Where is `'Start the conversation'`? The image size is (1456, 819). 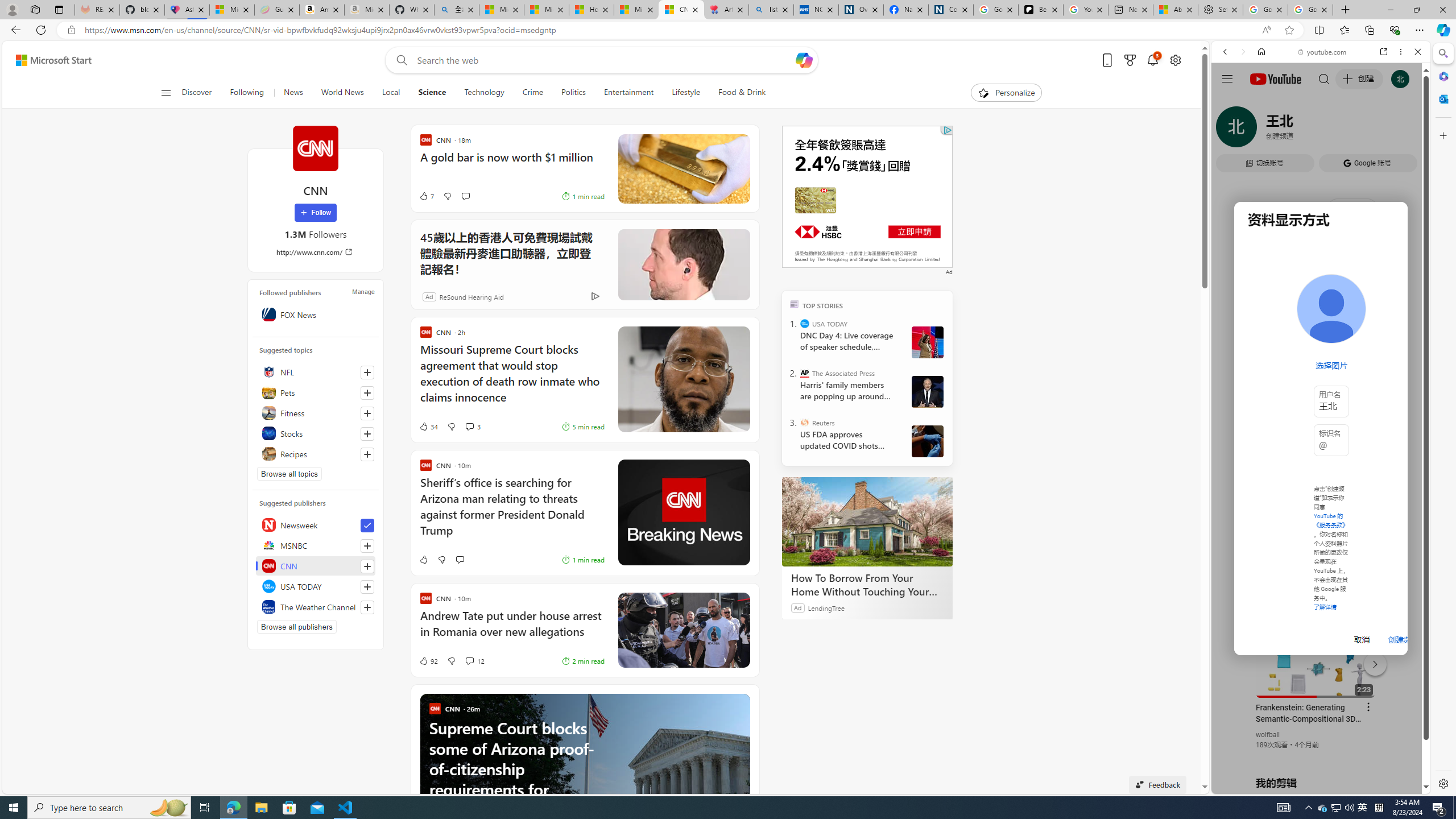 'Start the conversation' is located at coordinates (459, 560).